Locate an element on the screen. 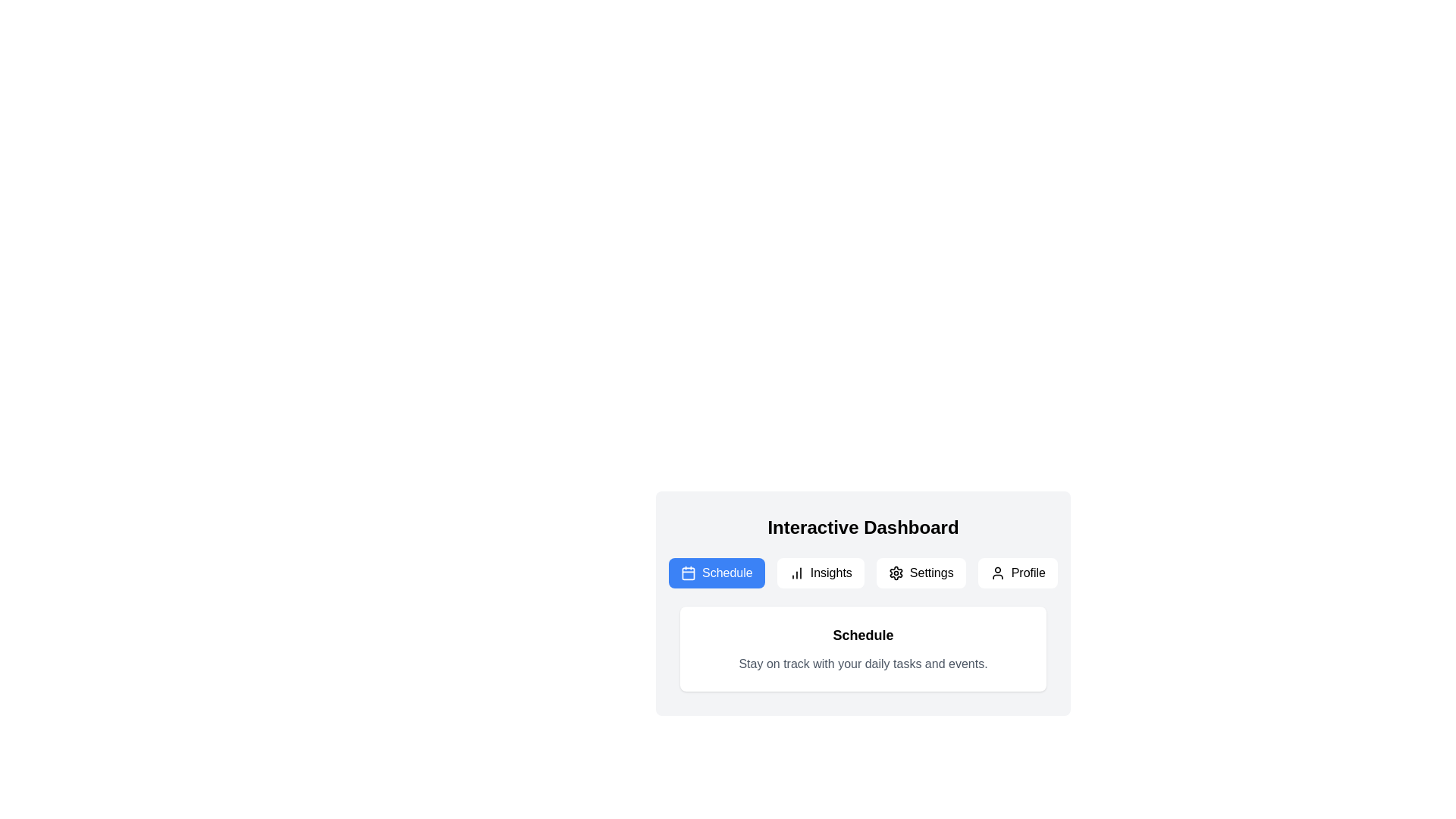 This screenshot has width=1456, height=819. the tab labeled Insights is located at coordinates (820, 573).